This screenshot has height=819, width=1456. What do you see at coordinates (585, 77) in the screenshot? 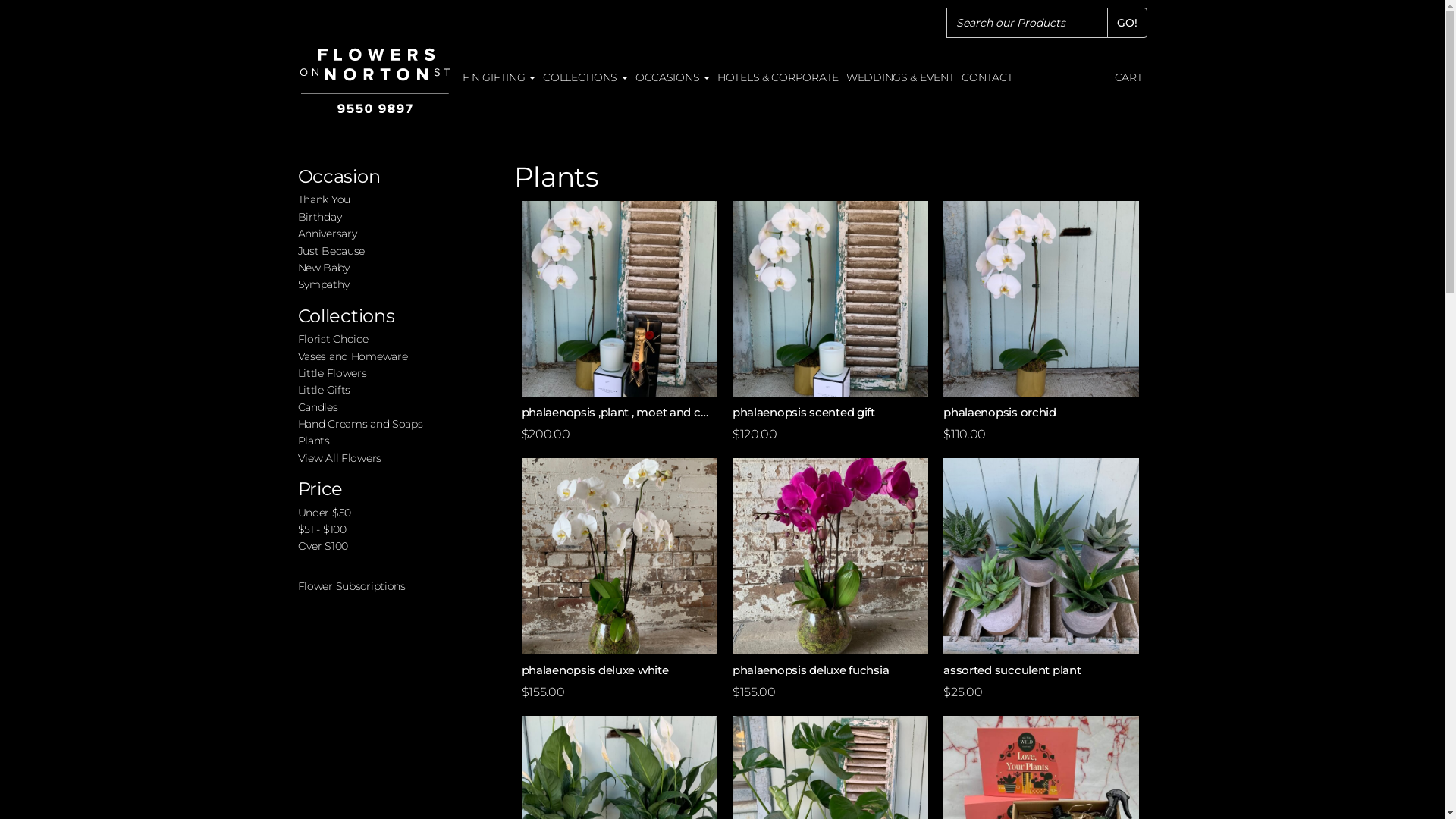
I see `'COLLECTIONS'` at bounding box center [585, 77].